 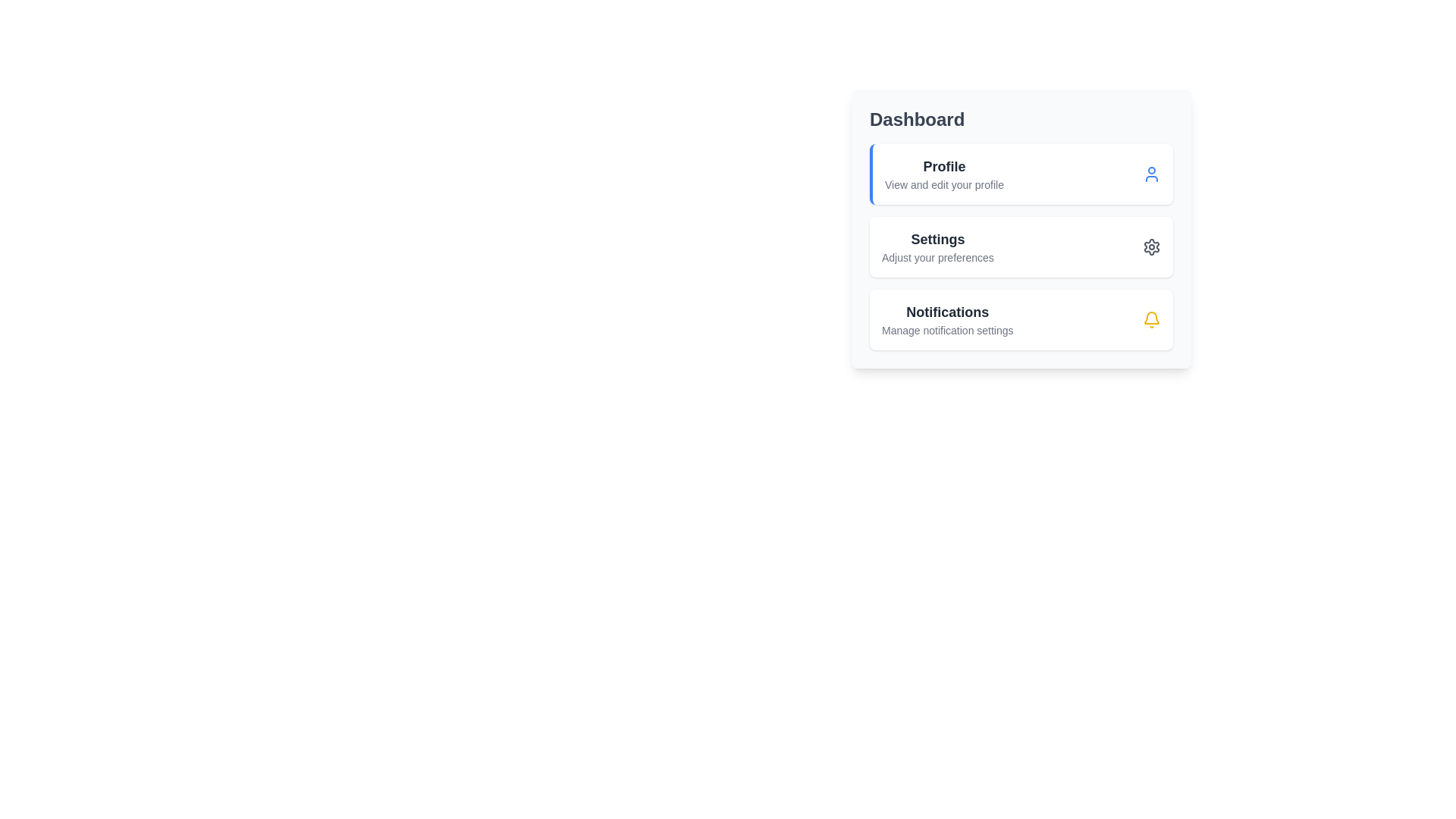 I want to click on the third clickable card in the vertical list of notification cards, so click(x=1021, y=318).